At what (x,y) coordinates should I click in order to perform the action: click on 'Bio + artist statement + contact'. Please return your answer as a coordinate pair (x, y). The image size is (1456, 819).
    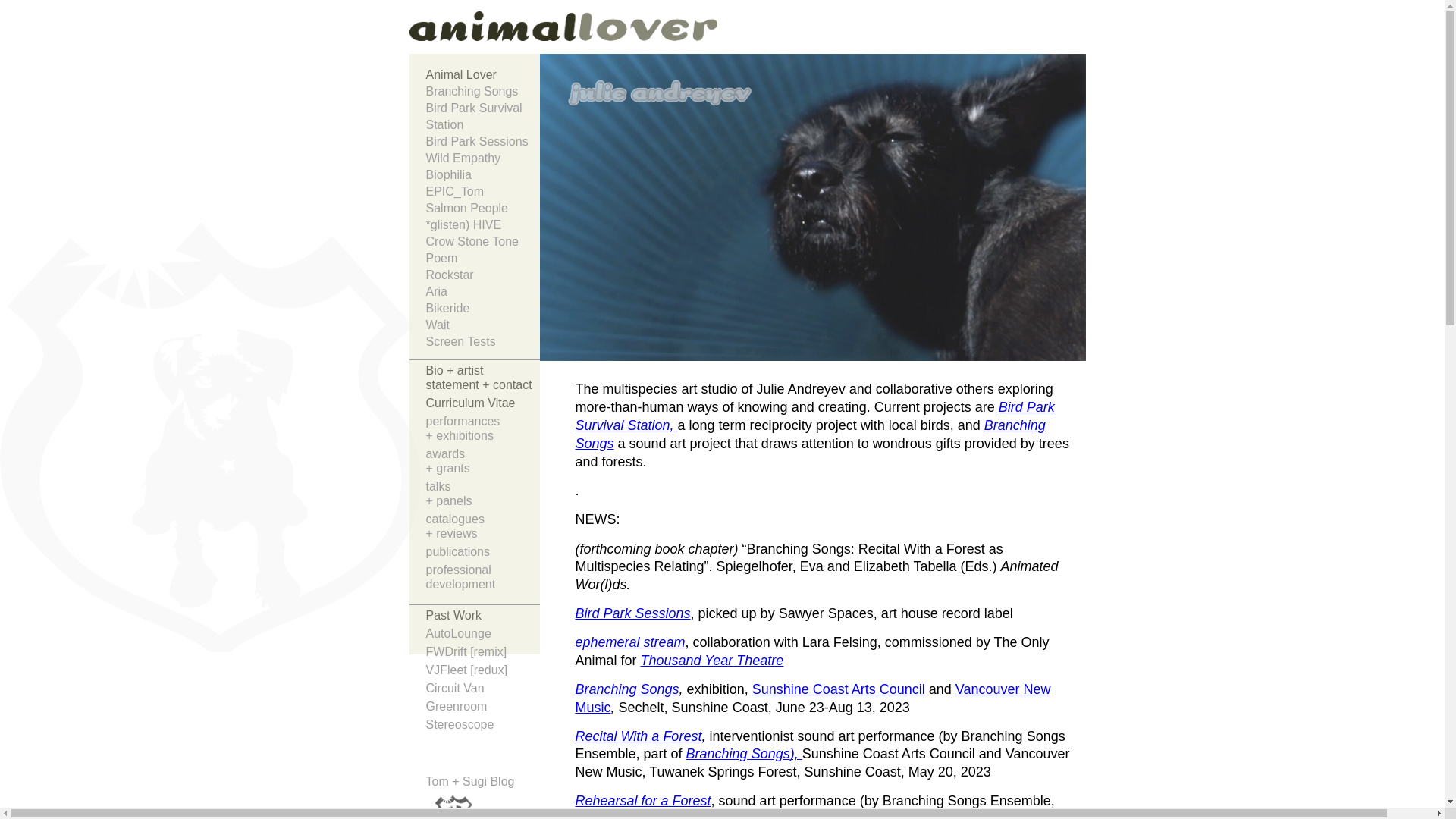
    Looking at the image, I should click on (482, 378).